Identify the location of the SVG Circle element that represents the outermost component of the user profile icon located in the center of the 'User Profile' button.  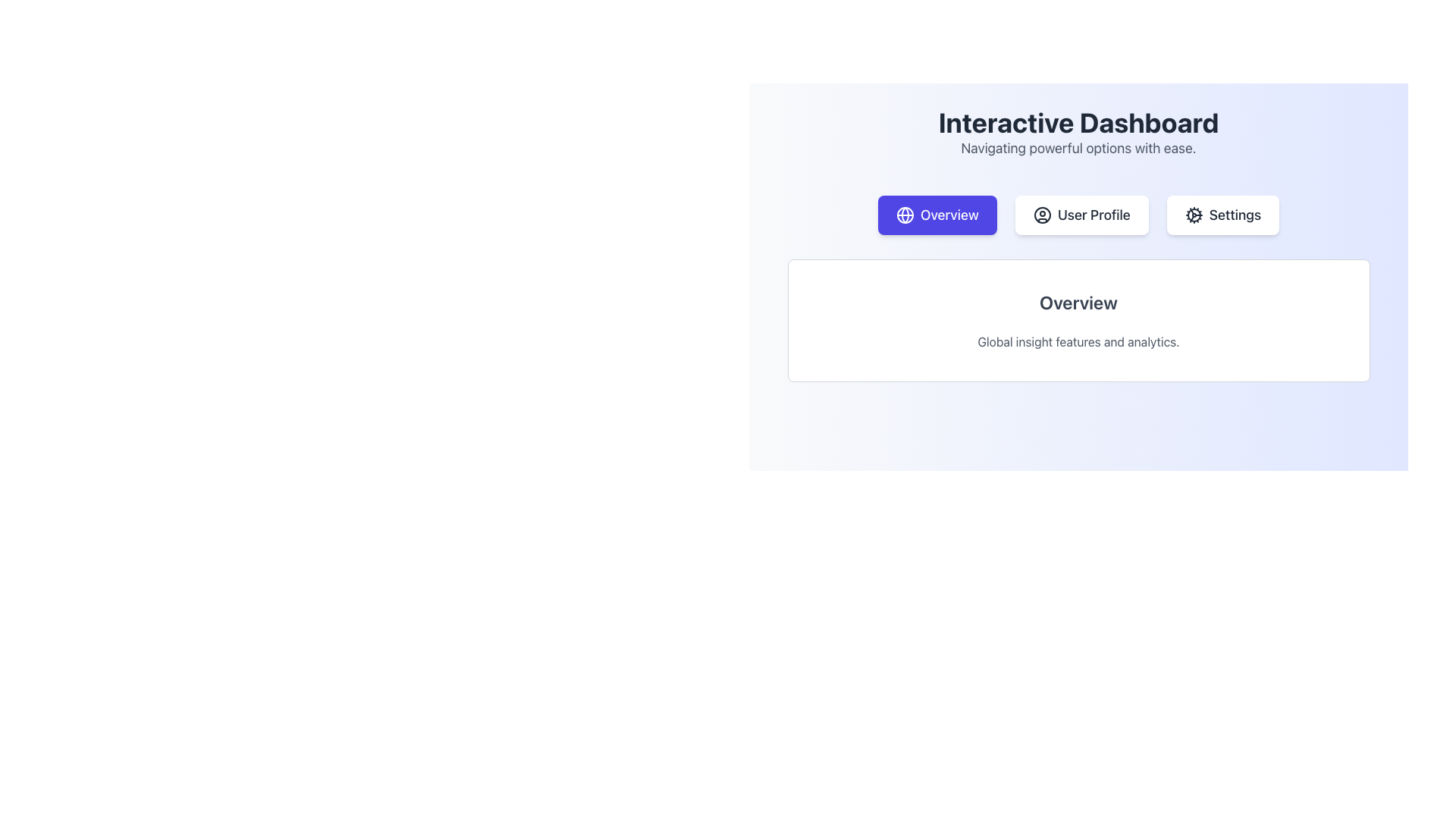
(1041, 215).